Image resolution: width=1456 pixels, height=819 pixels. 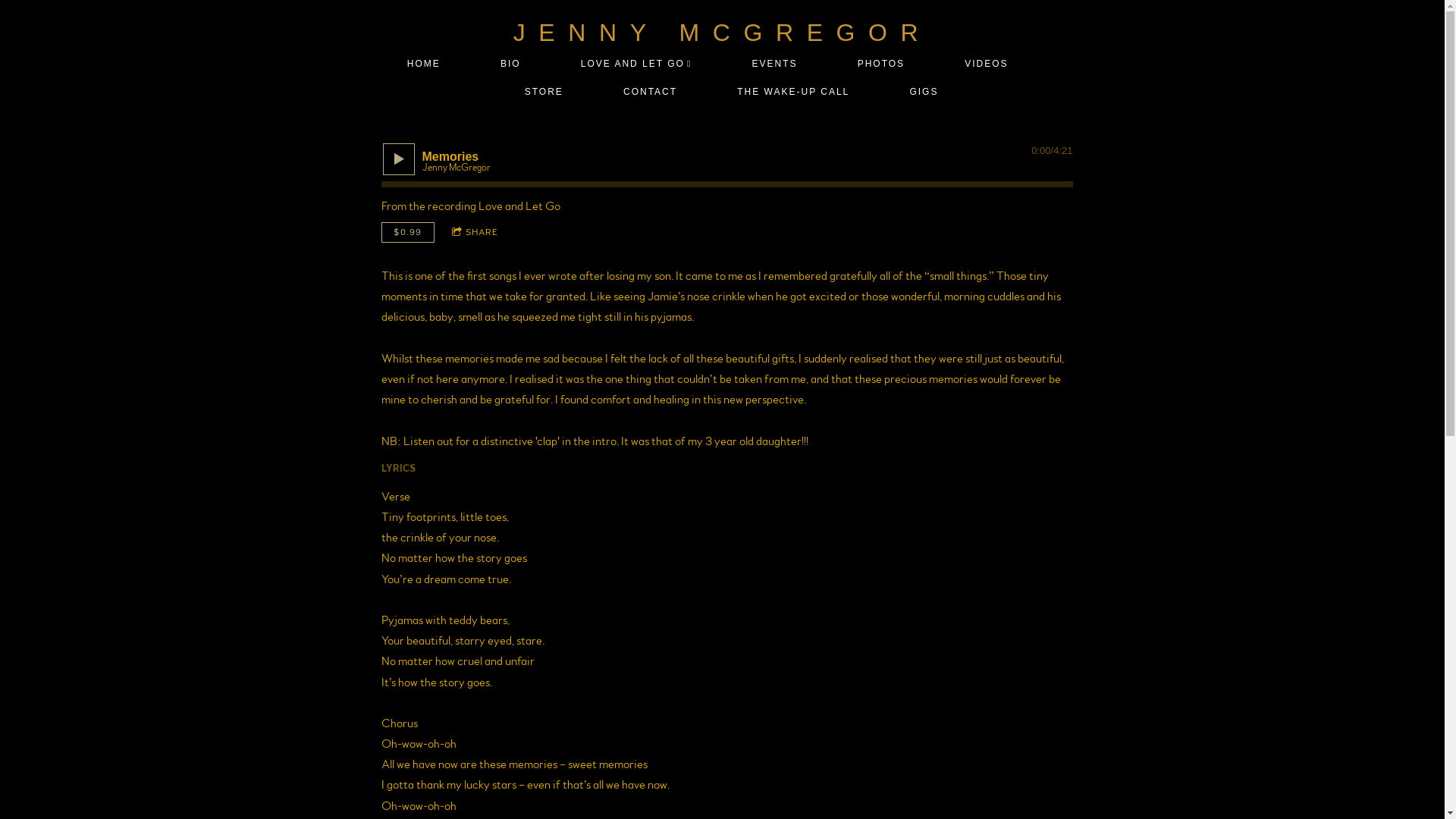 What do you see at coordinates (880, 63) in the screenshot?
I see `'PHOTOS'` at bounding box center [880, 63].